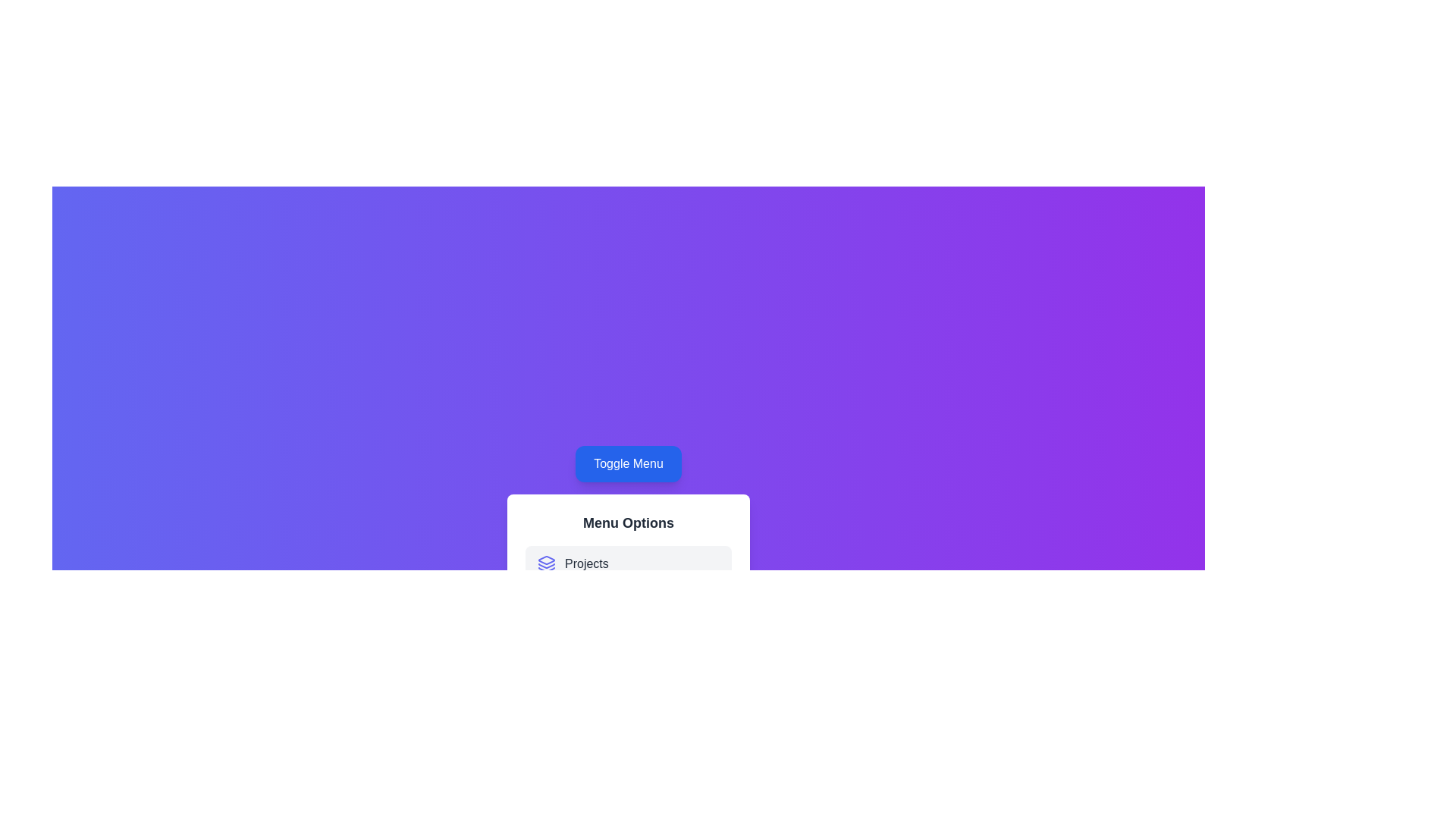 The image size is (1456, 819). Describe the element at coordinates (546, 564) in the screenshot. I see `the icon associated with the menu item Projects` at that location.